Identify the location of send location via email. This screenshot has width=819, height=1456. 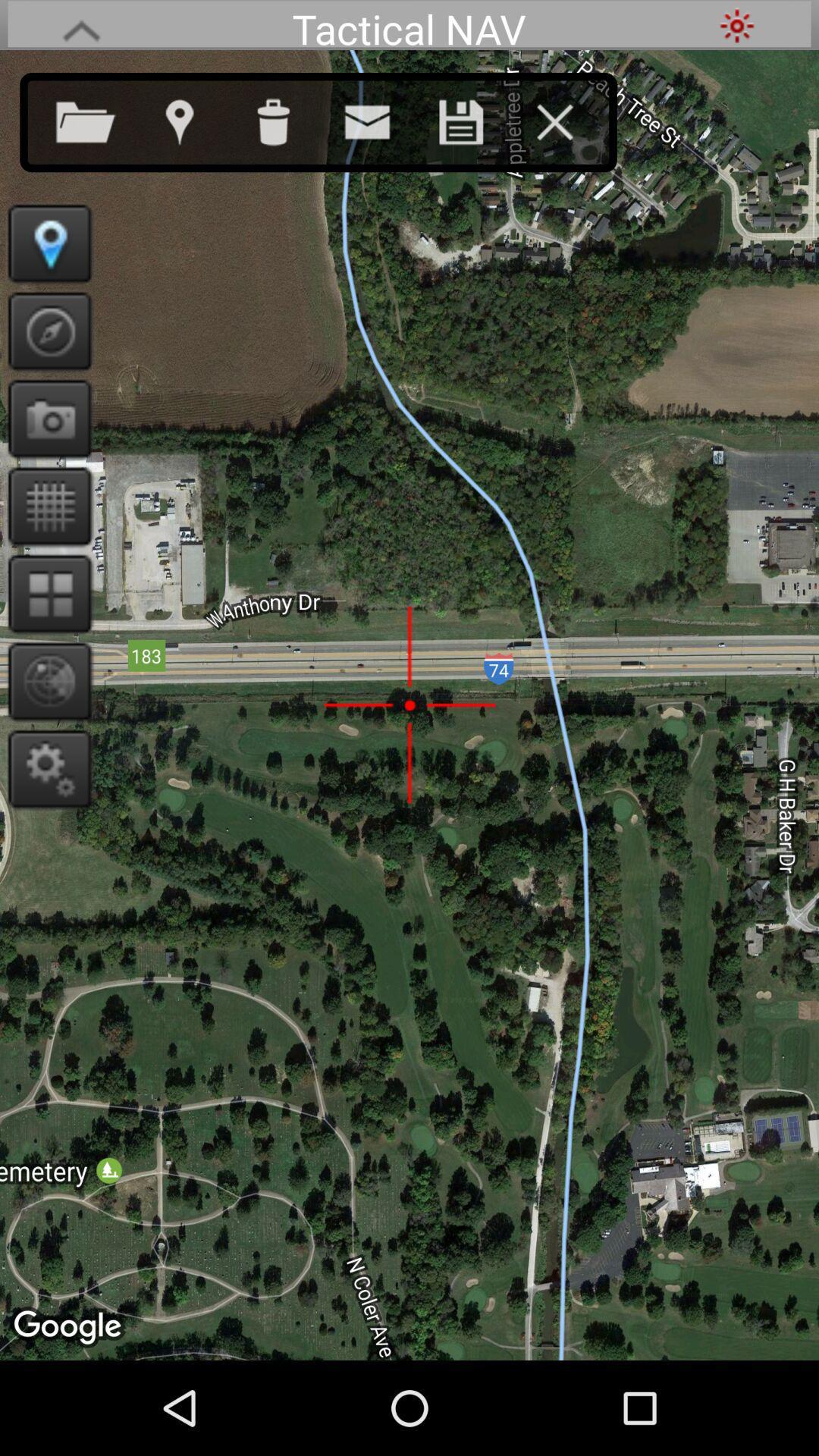
(381, 118).